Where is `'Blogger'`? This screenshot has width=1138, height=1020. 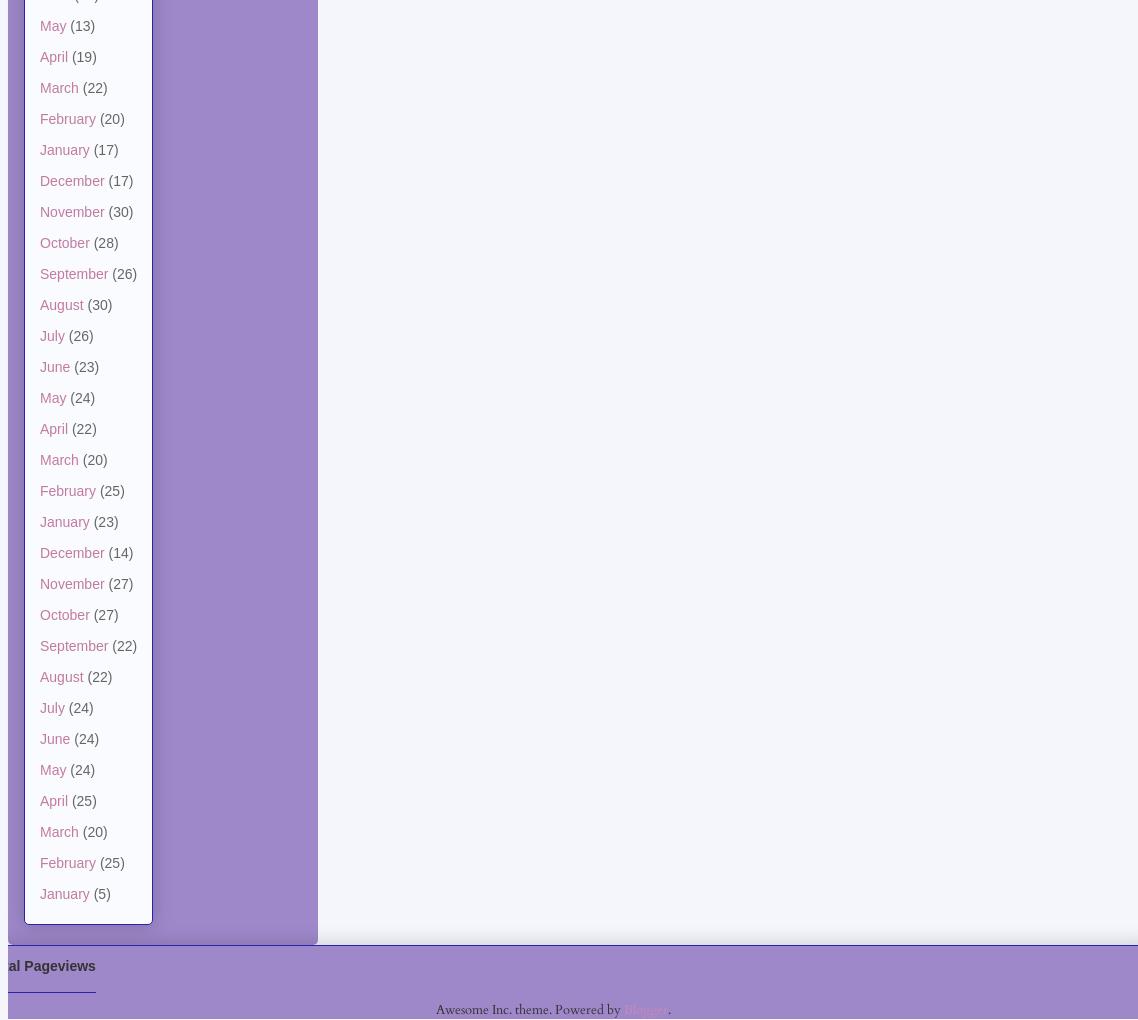 'Blogger' is located at coordinates (644, 1008).